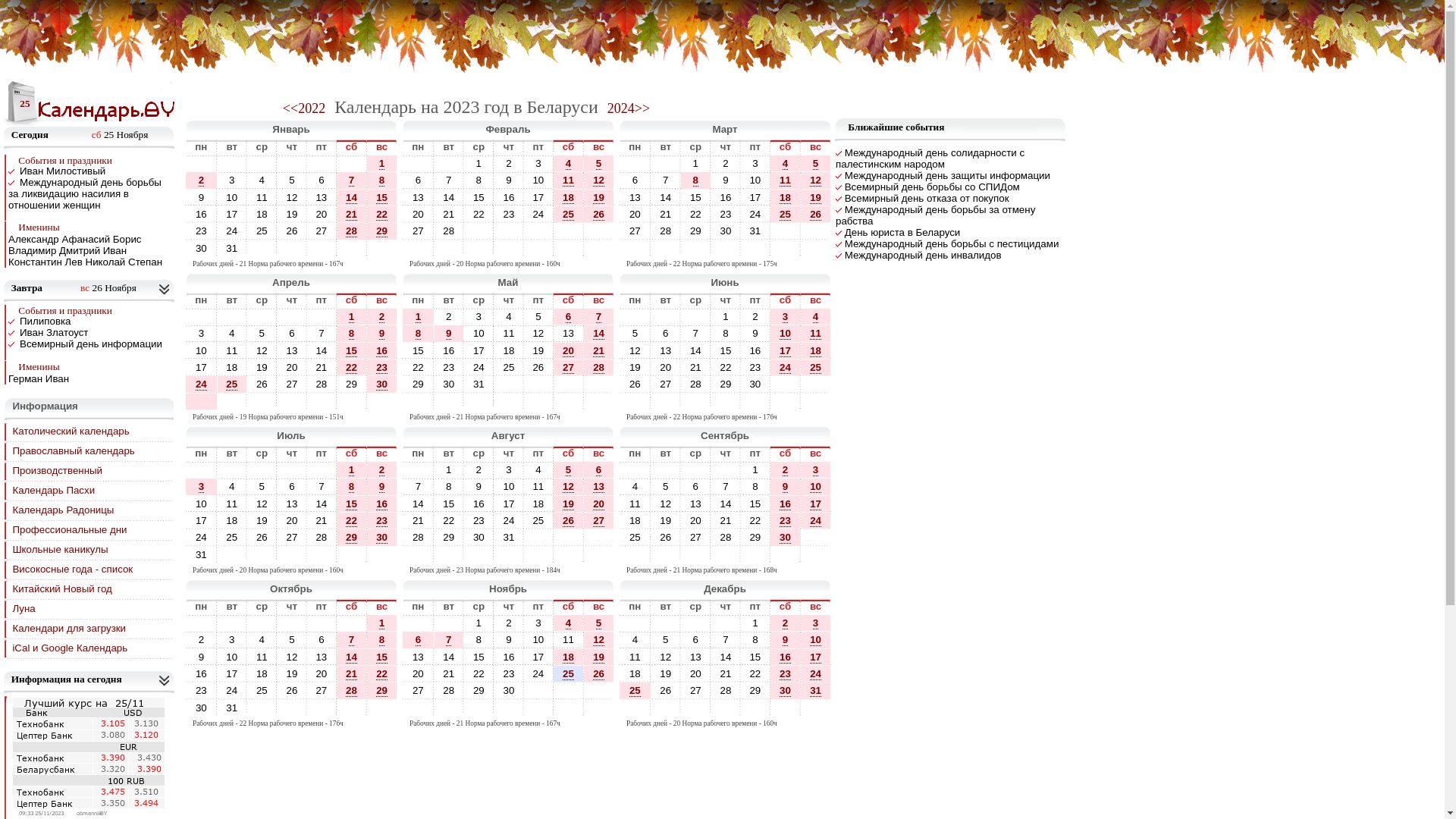 The image size is (1456, 819). What do you see at coordinates (277, 179) in the screenshot?
I see `'5'` at bounding box center [277, 179].